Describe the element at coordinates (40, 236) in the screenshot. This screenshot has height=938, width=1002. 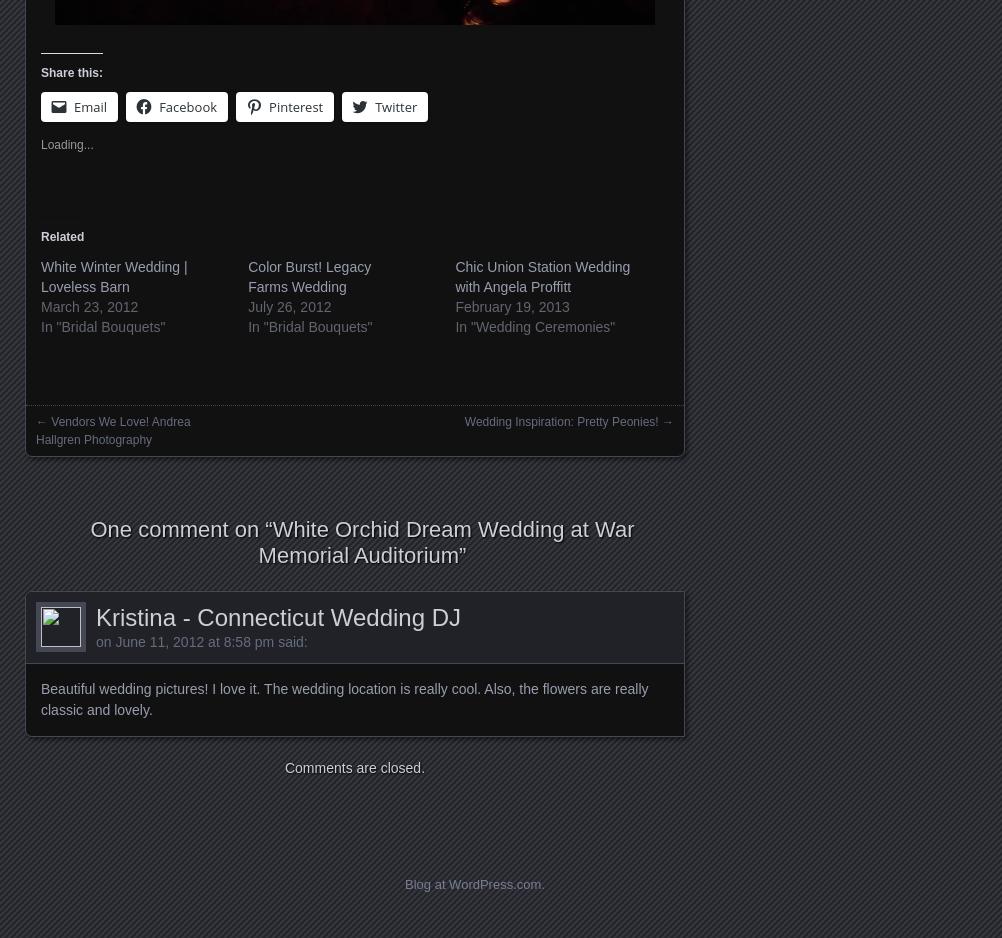
I see `'Related'` at that location.